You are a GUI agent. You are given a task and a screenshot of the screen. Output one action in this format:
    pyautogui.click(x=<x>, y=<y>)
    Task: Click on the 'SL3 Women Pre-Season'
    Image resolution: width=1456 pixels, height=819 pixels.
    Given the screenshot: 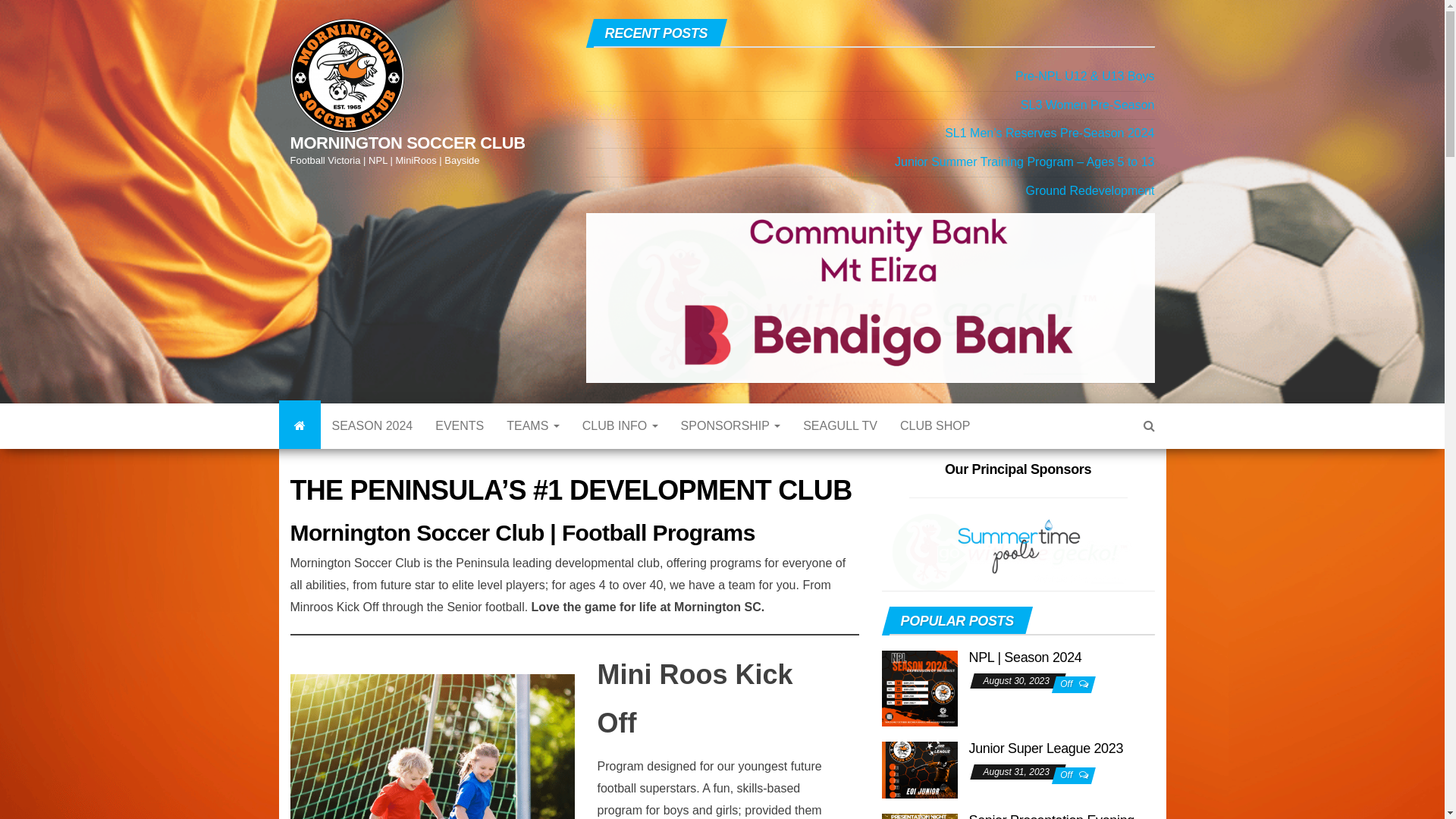 What is the action you would take?
    pyautogui.click(x=1020, y=104)
    